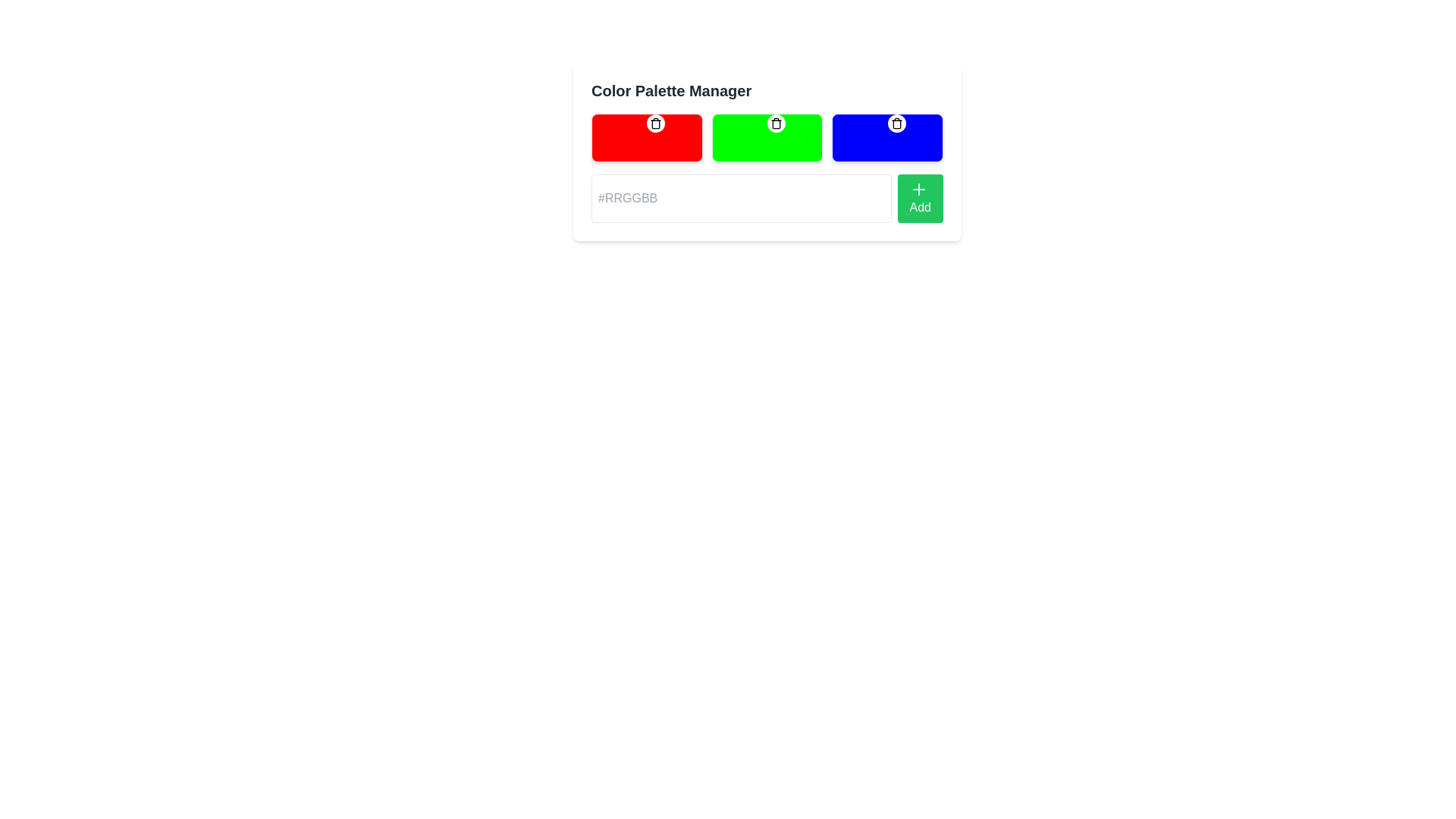  Describe the element at coordinates (918, 189) in the screenshot. I see `the 'add' icon located at the bottom-right of the card interface, which represents the functionality to add a new color to the palette` at that location.